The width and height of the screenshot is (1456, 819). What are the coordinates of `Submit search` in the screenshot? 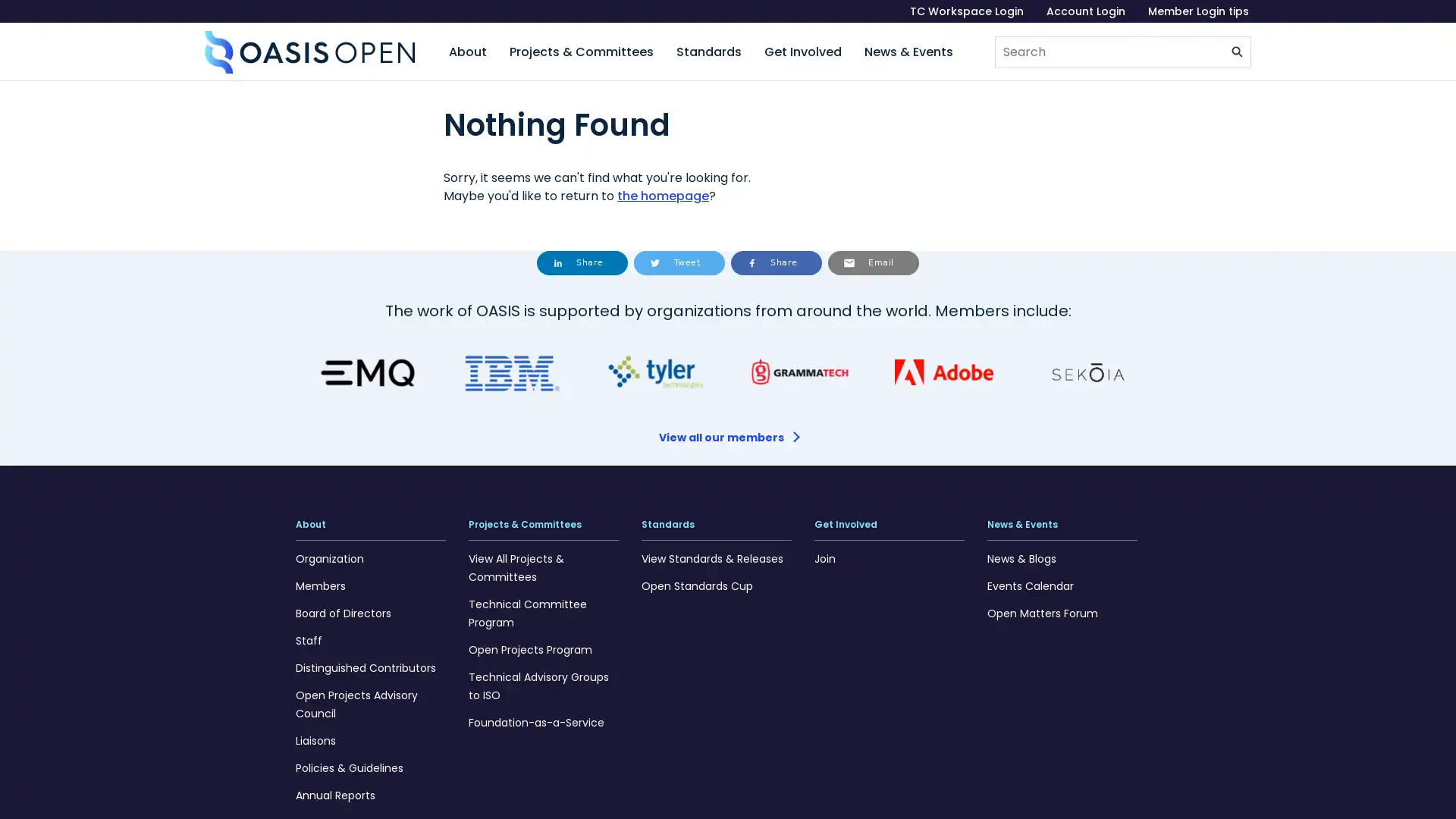 It's located at (1238, 52).